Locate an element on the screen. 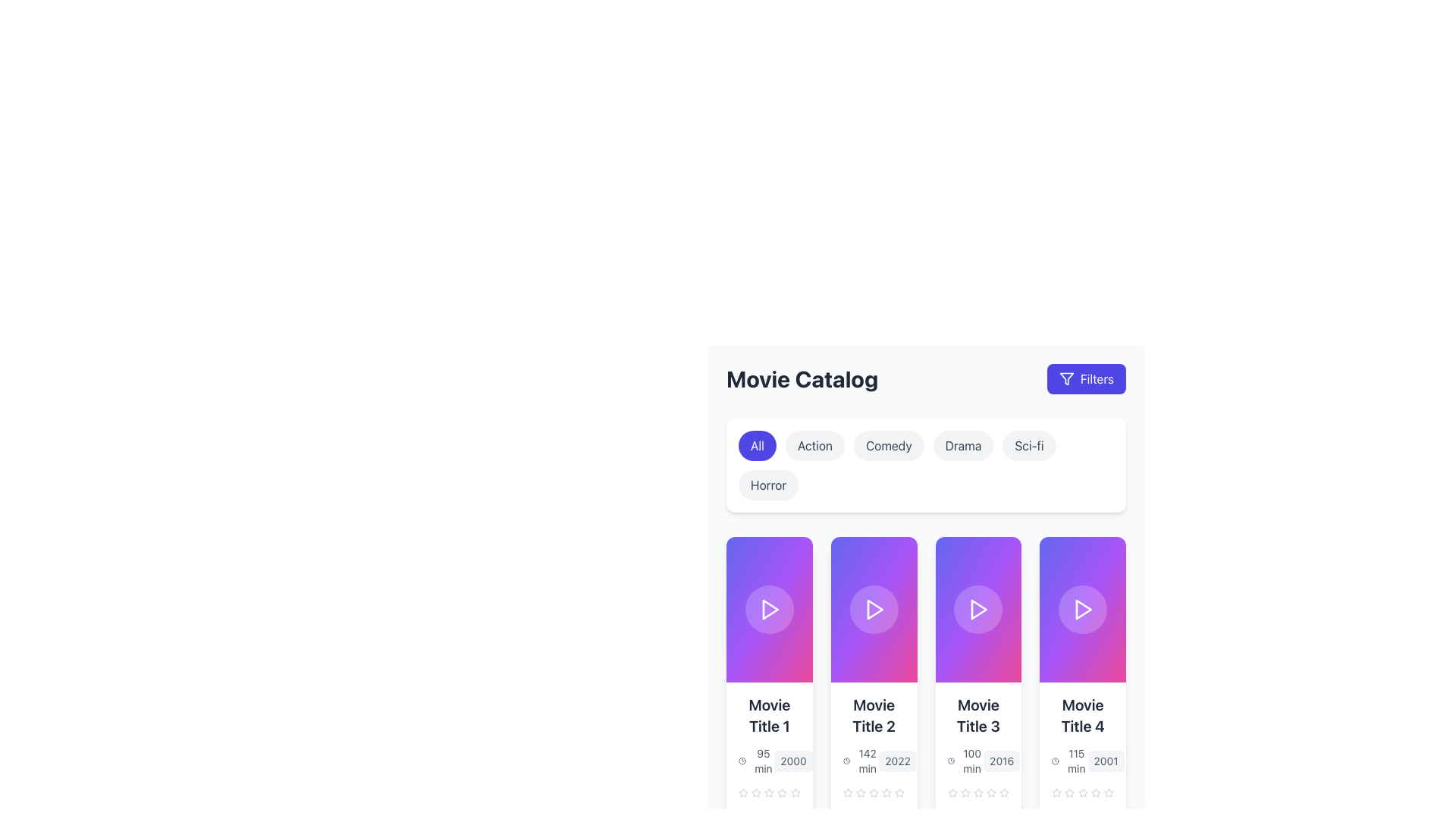 This screenshot has height=819, width=1456. the clock icon, which is styled with thin lines in a circular shape and located to the left of the '100 min' text in the third card of the movie section is located at coordinates (950, 761).